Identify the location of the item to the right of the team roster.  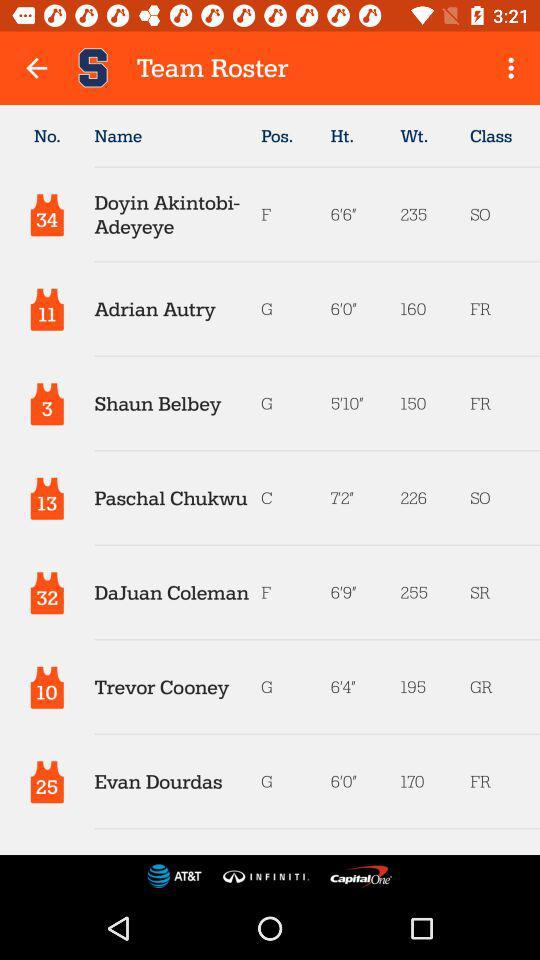
(513, 68).